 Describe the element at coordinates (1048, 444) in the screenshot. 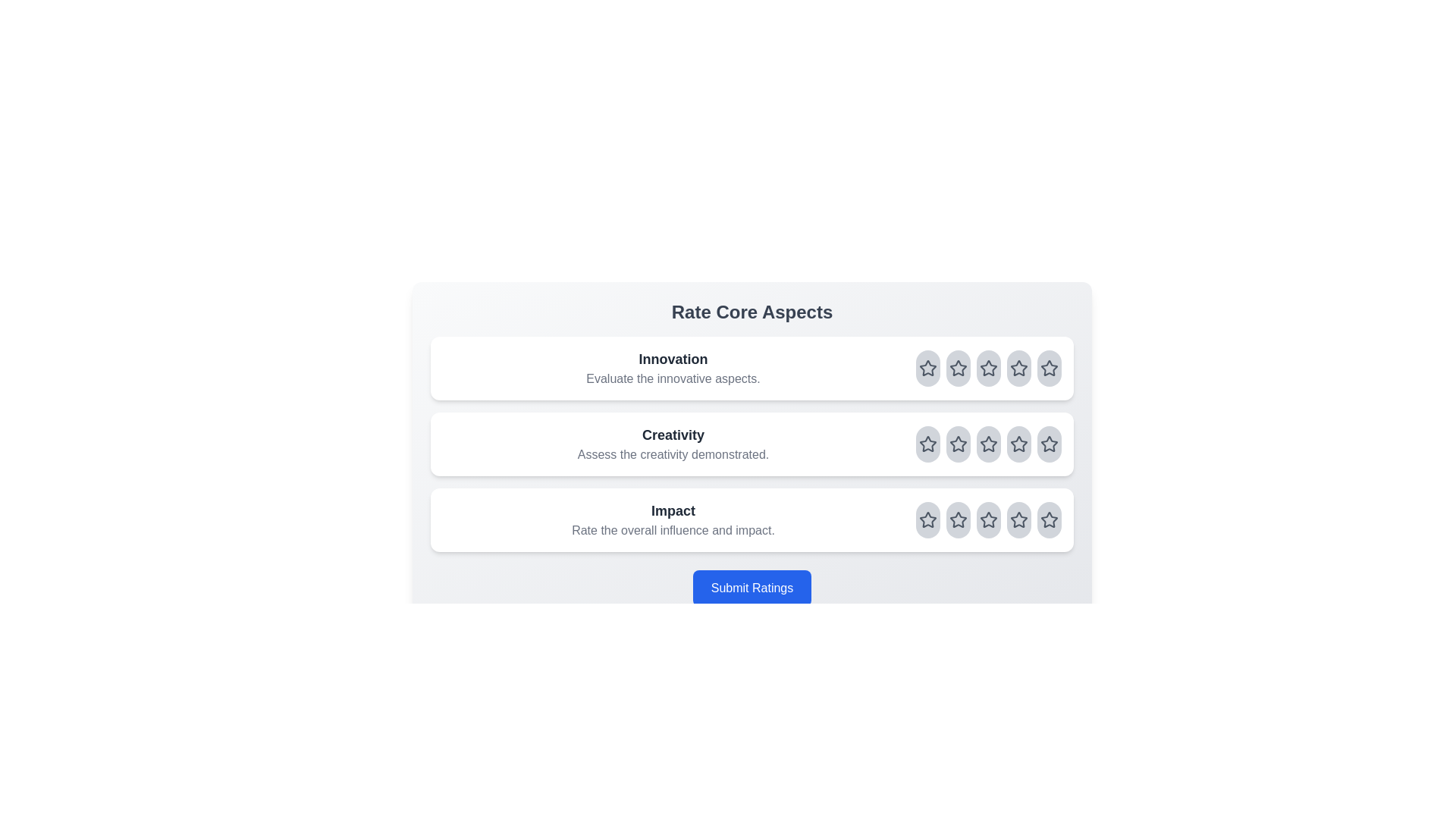

I see `the rating for the aspect Creativity to 5 stars by clicking on the corresponding star` at that location.